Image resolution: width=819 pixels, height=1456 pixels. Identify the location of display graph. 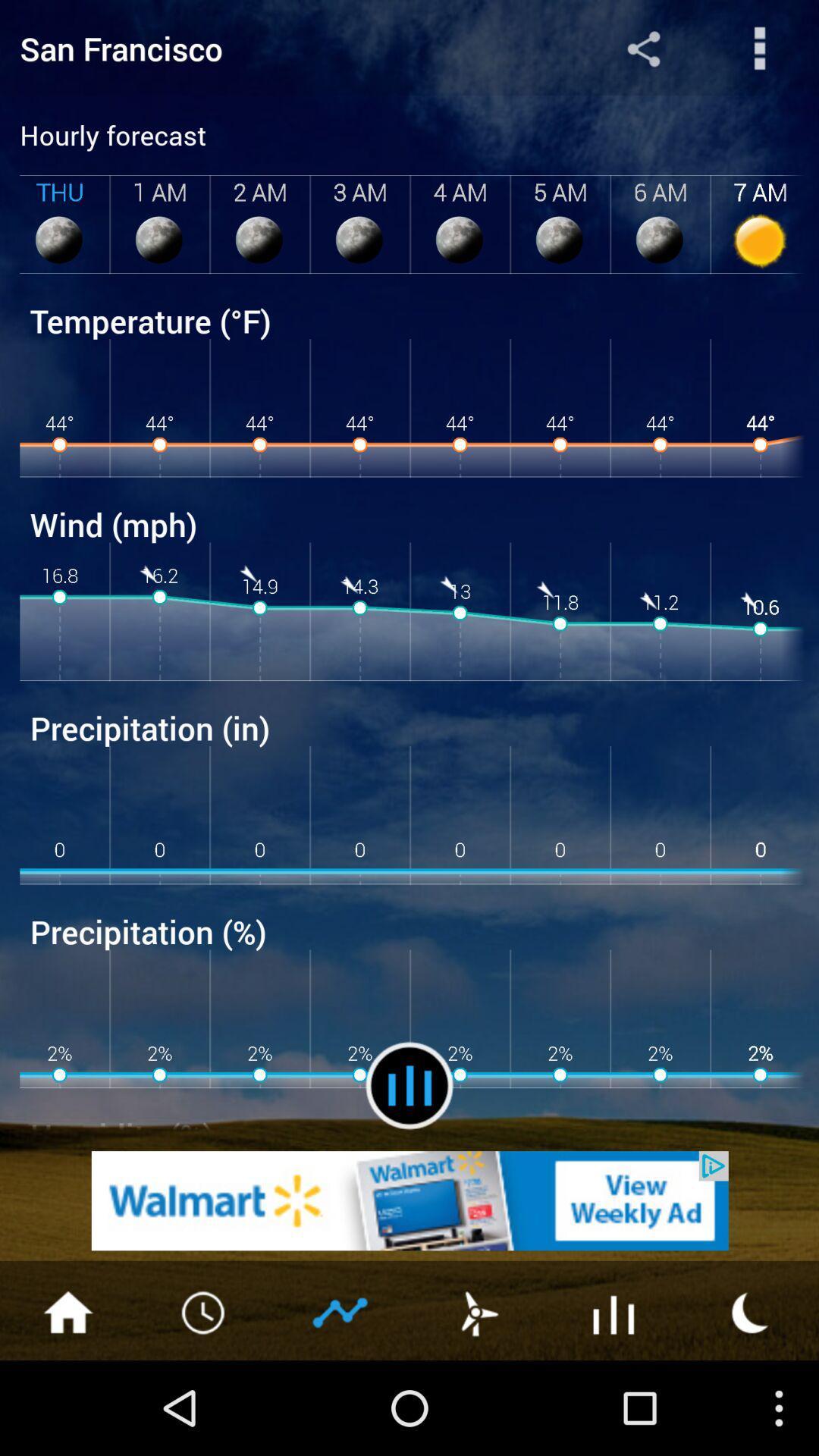
(341, 1310).